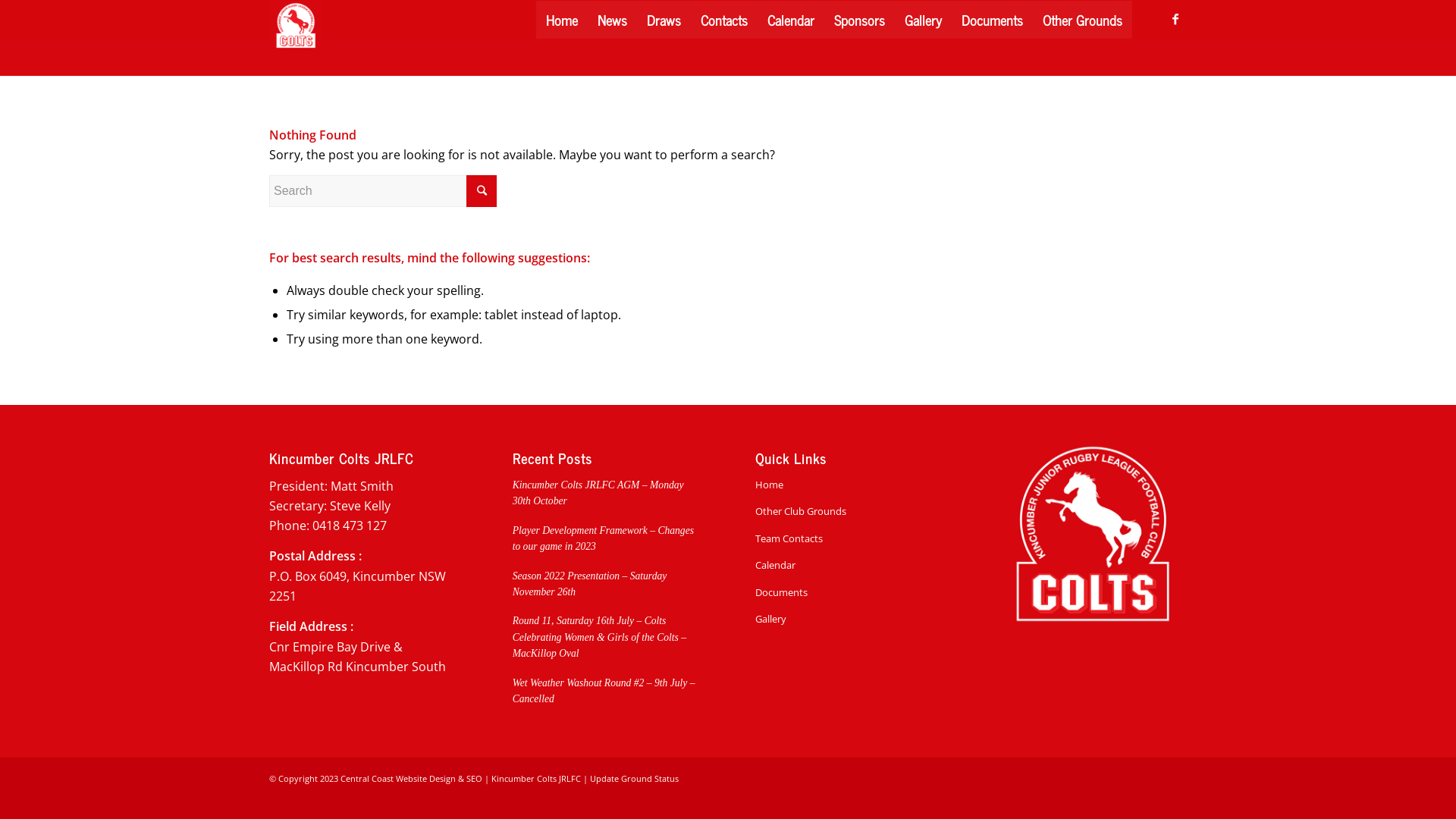 The image size is (1456, 819). I want to click on 'Central Coast Website Design & SEO', so click(340, 778).